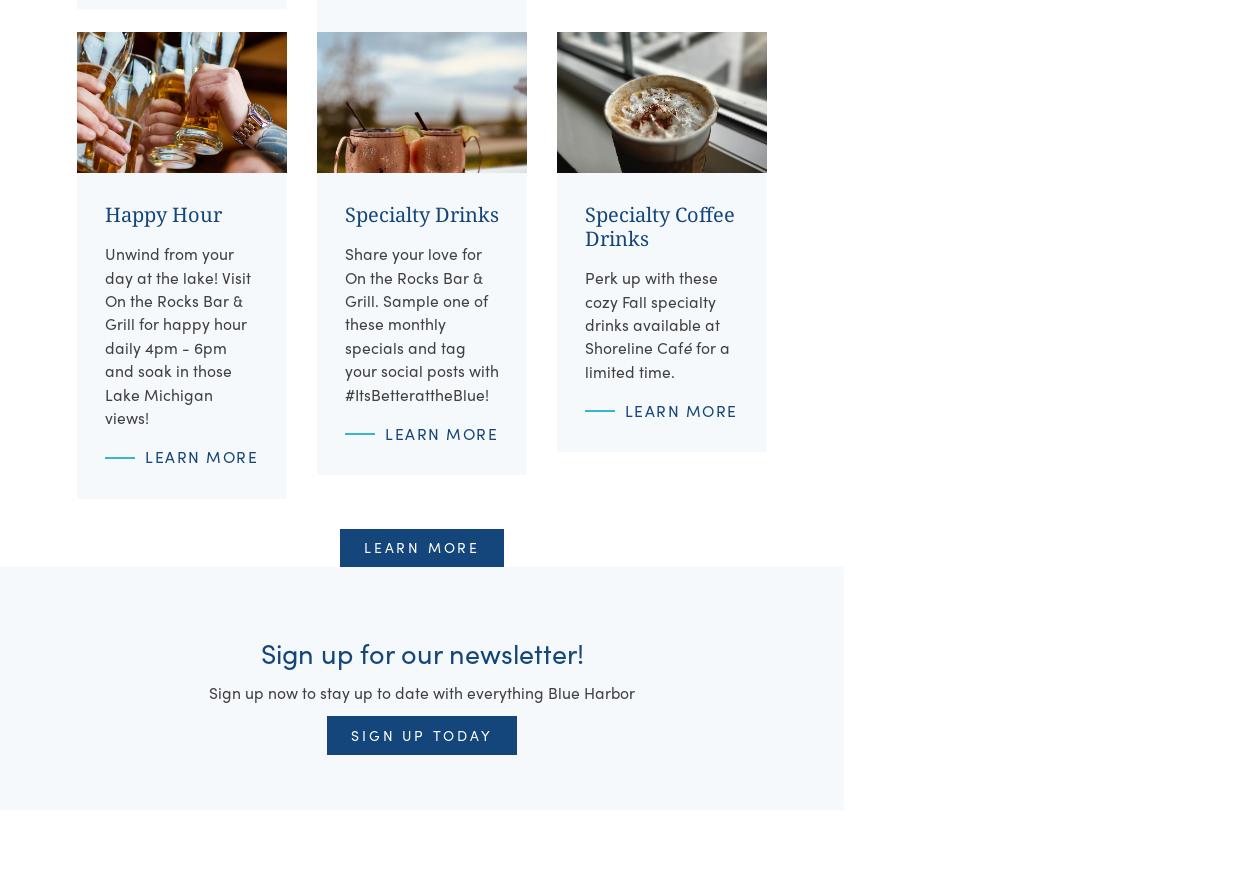 The image size is (1257, 875). I want to click on 'Share your love for On the Rocks Bar & Grill. Sample one of these monthly specials and tag your social posts with #ItsBetterattheBlue!', so click(421, 323).